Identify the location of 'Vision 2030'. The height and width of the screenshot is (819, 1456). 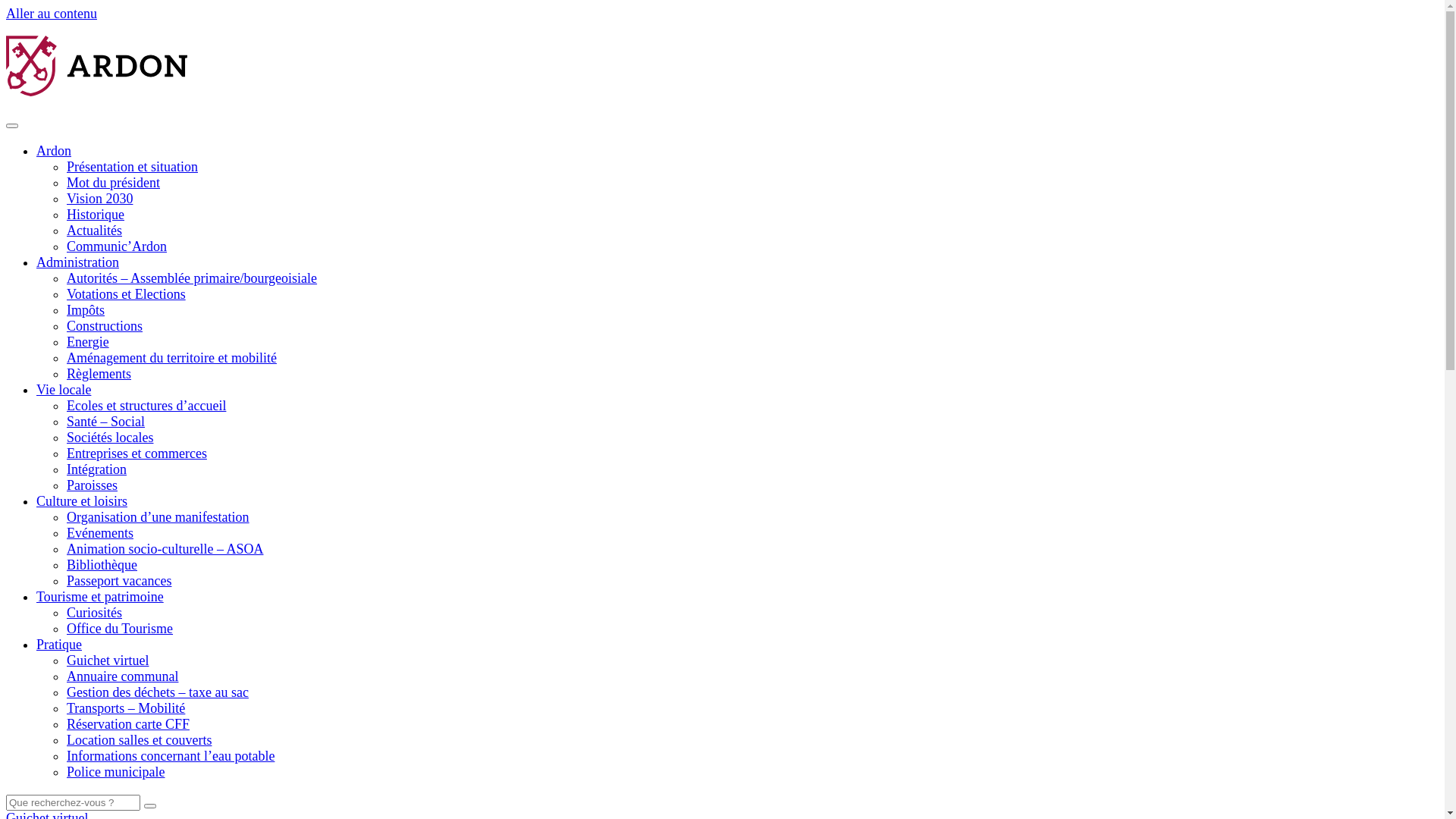
(99, 198).